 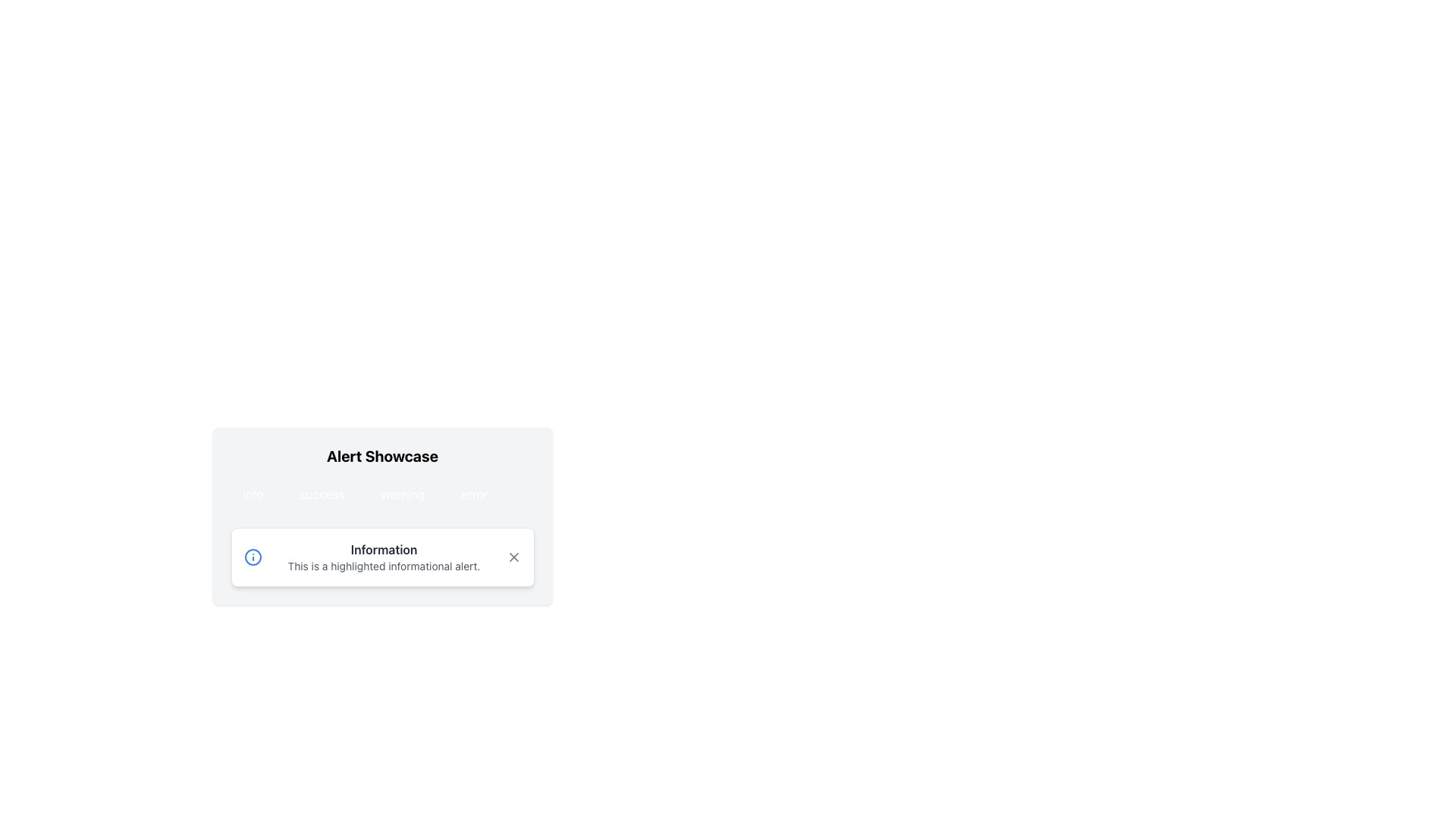 I want to click on the close button represented by an 'X' icon in the top-right corner of the 'Information' notification card, so click(x=513, y=557).